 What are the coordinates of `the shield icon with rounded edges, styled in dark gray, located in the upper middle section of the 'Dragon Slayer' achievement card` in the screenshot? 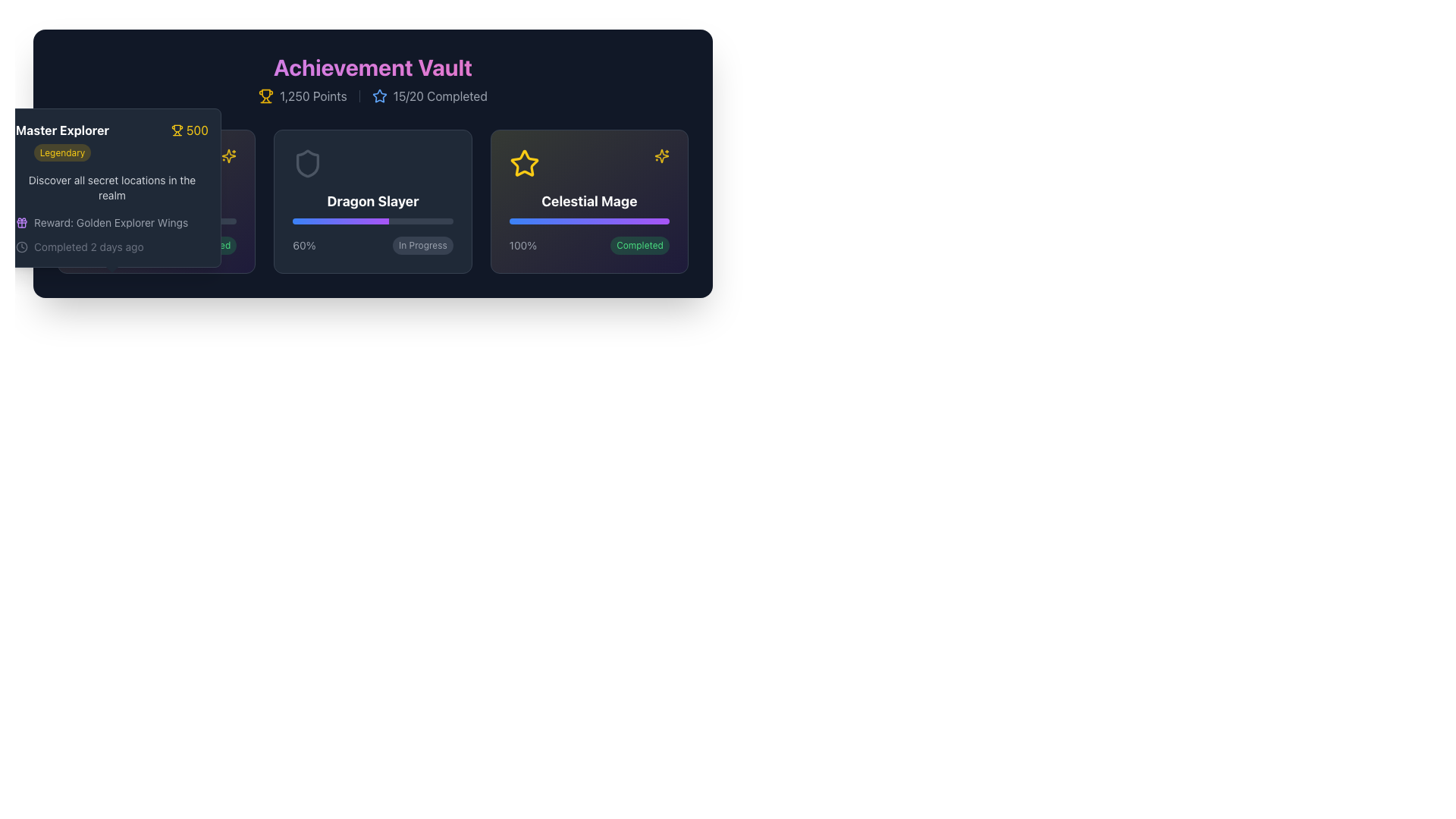 It's located at (307, 164).